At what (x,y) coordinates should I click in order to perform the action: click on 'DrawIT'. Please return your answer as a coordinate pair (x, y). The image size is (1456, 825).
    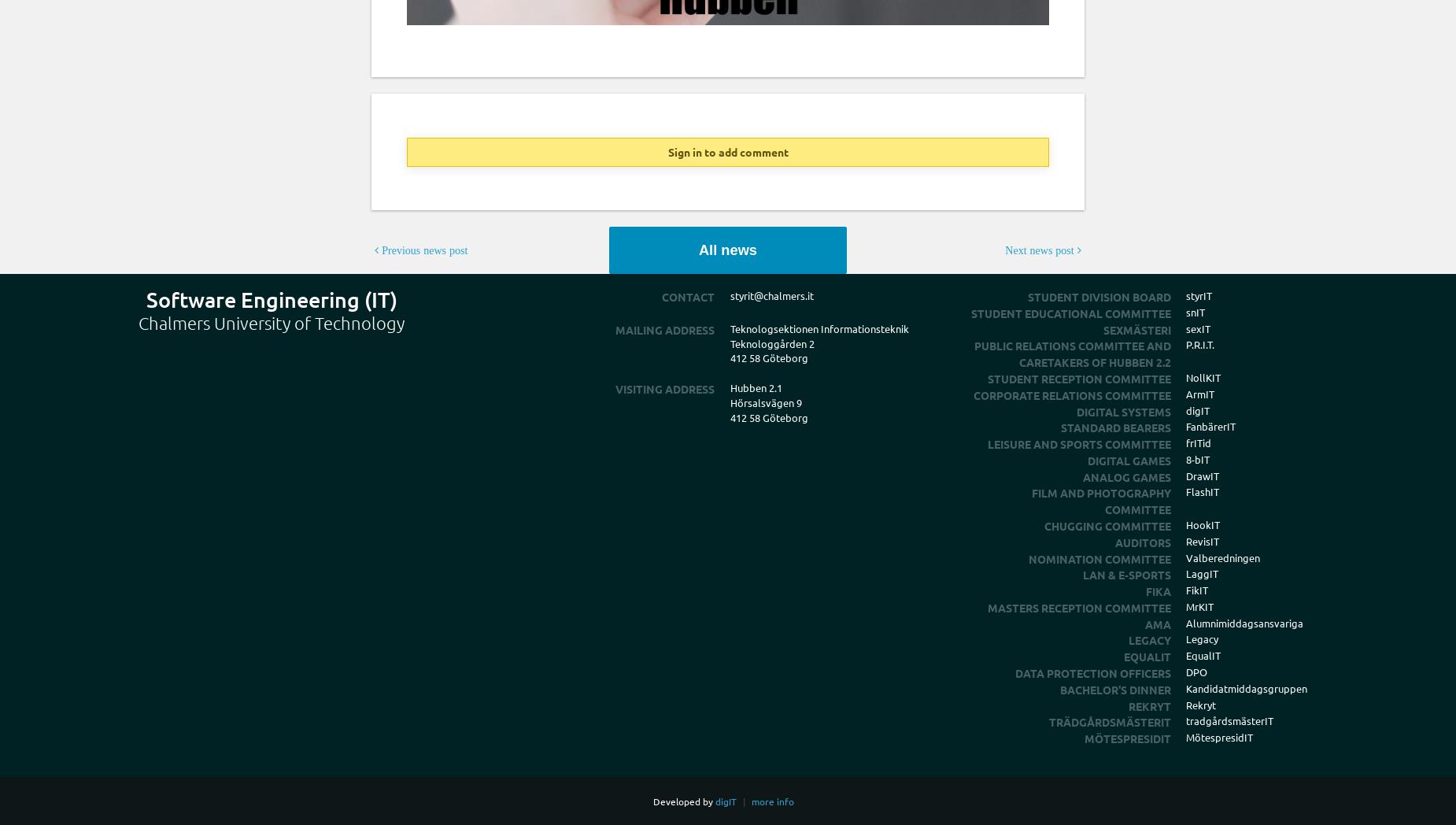
    Looking at the image, I should click on (1202, 475).